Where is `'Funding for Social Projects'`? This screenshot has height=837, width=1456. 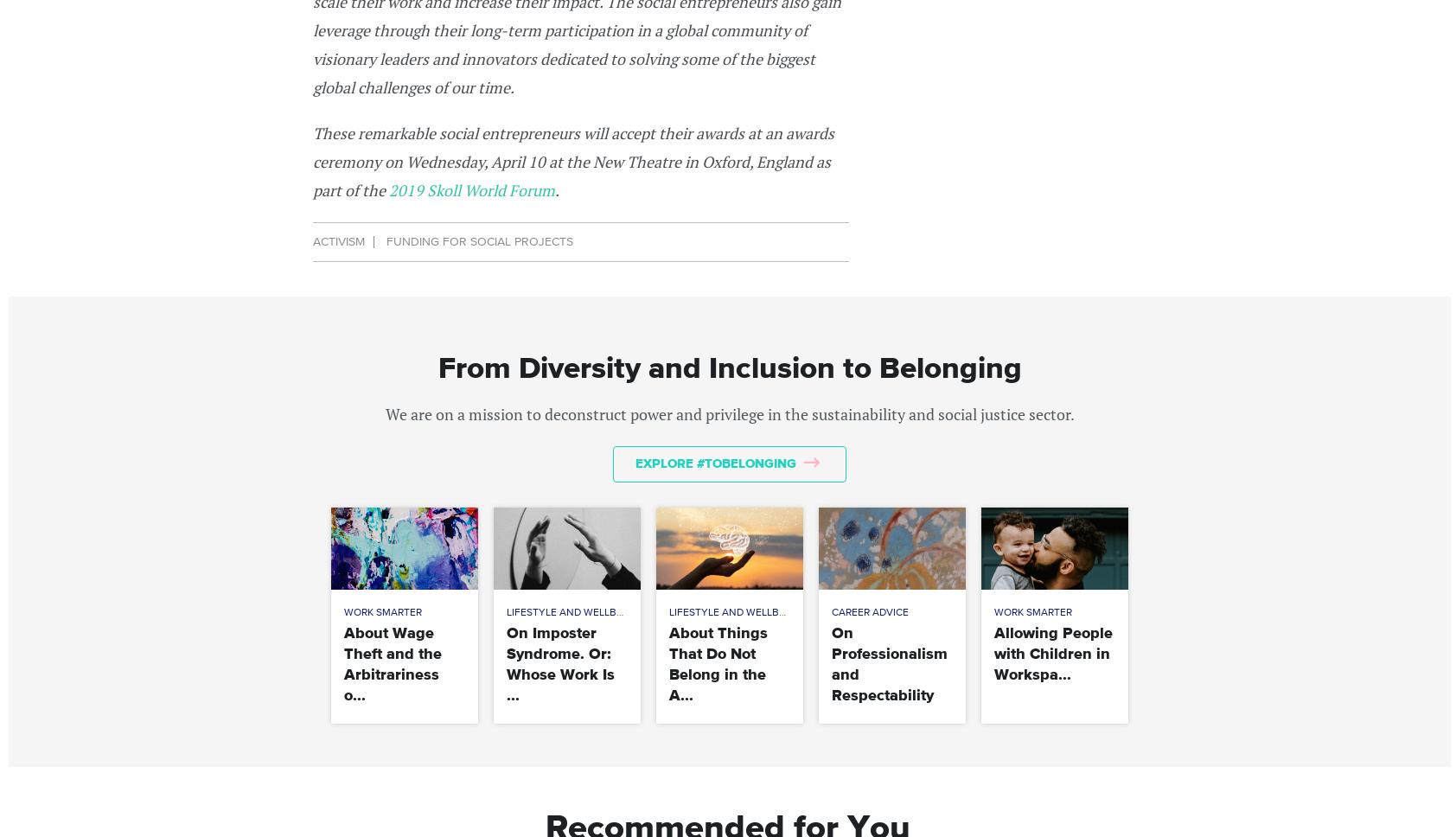
'Funding for Social Projects' is located at coordinates (385, 240).